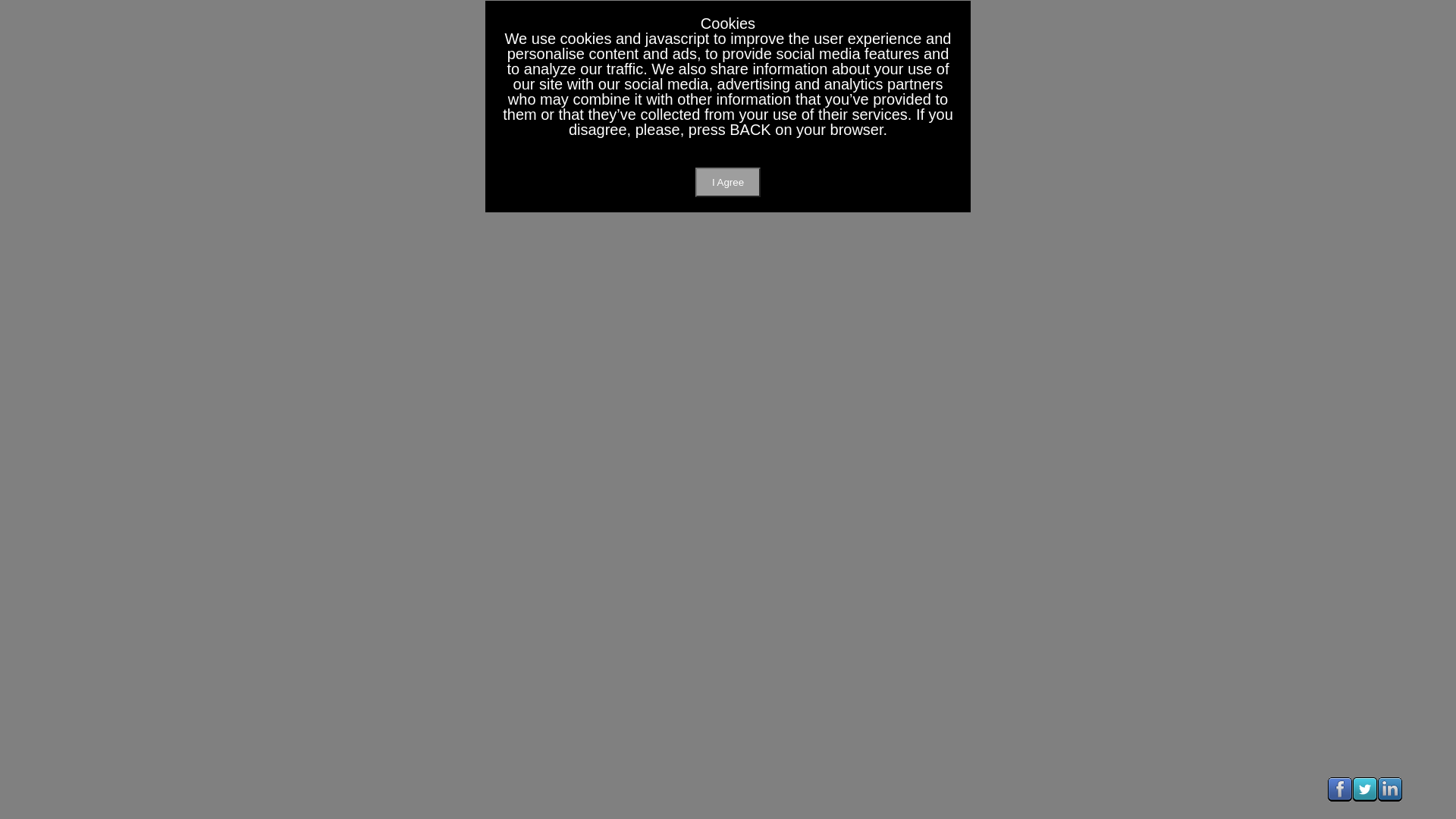  I want to click on 'Visit Us On Linkedin', so click(1389, 796).